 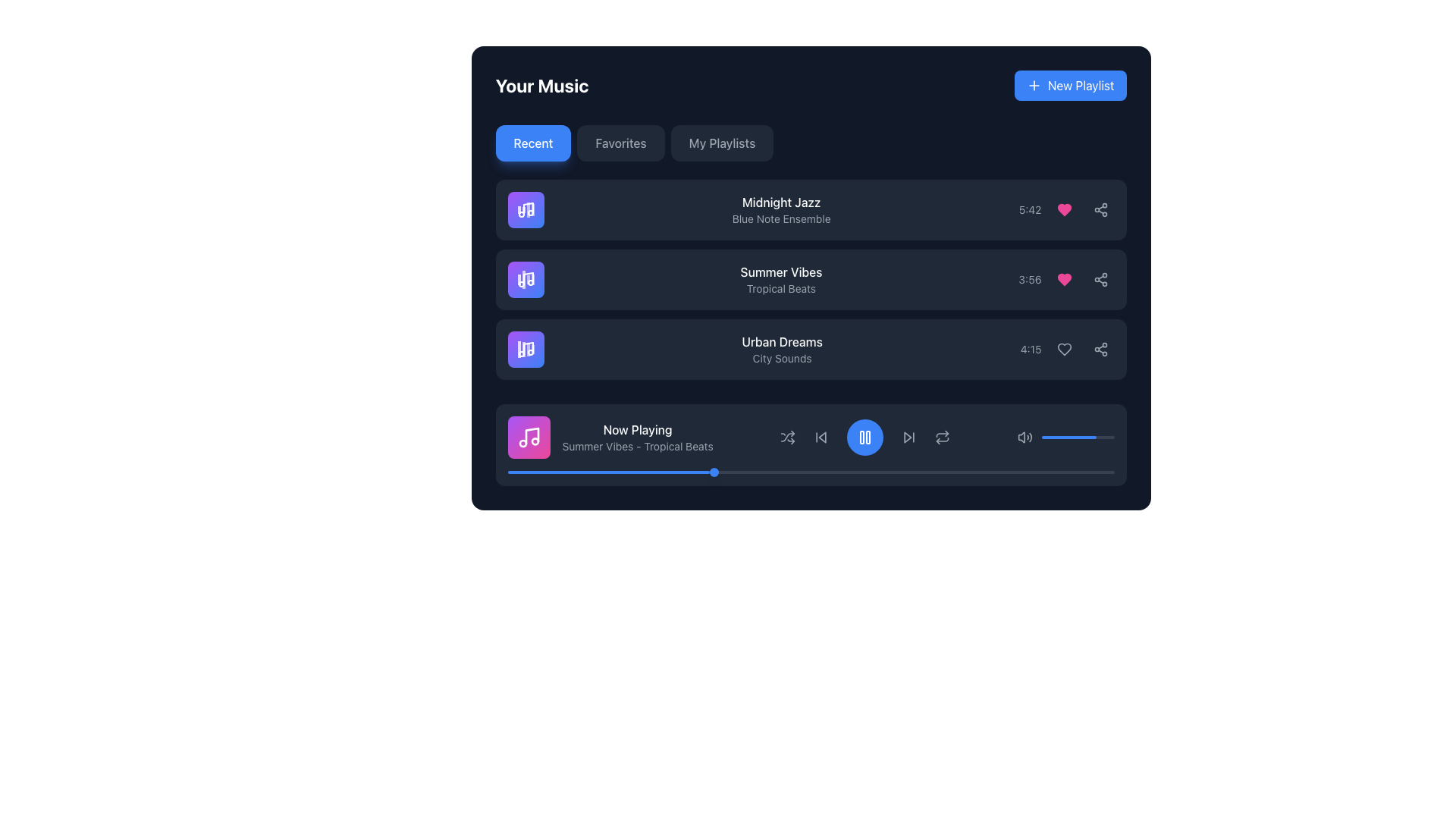 What do you see at coordinates (714, 472) in the screenshot?
I see `the interactive marker on the progress bar that visually represents the current progress, located at one-third of the bar's width from the left edge` at bounding box center [714, 472].